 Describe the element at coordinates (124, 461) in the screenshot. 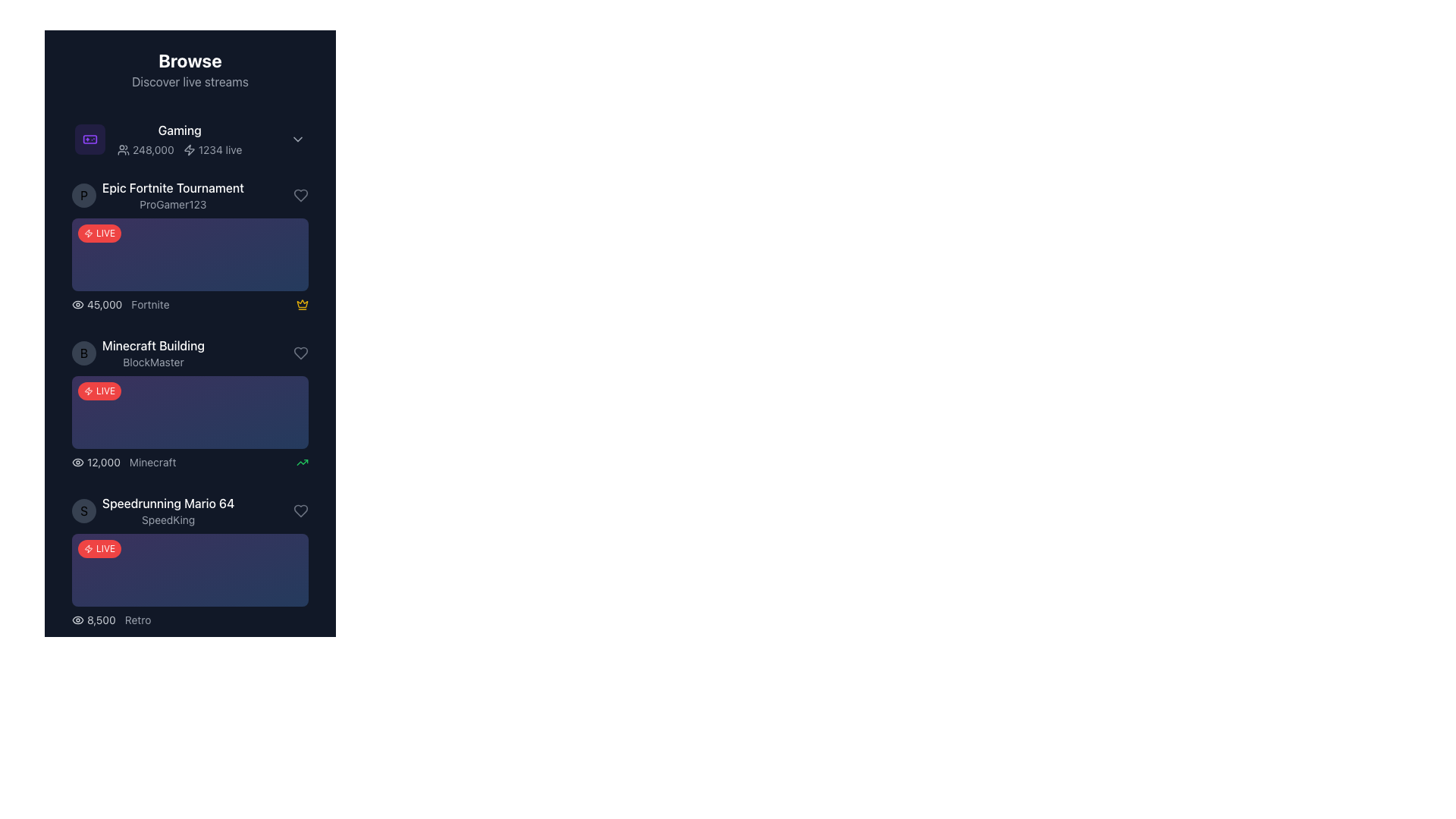

I see `the Informative label displaying '12,000' and 'Minecraft' with an eye icon on a dark background` at that location.